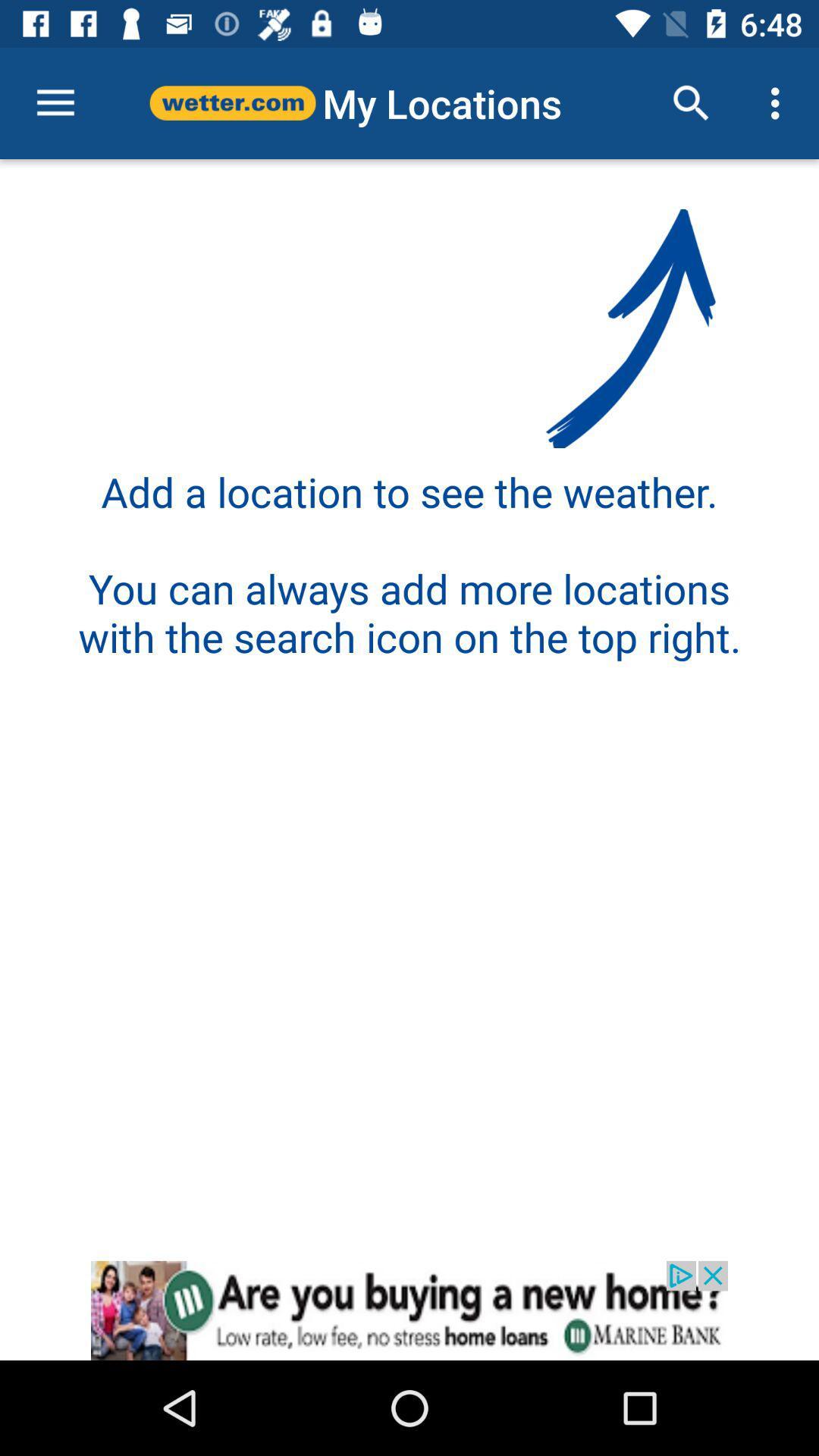 The image size is (819, 1456). What do you see at coordinates (409, 1310) in the screenshot?
I see `external advertisement` at bounding box center [409, 1310].